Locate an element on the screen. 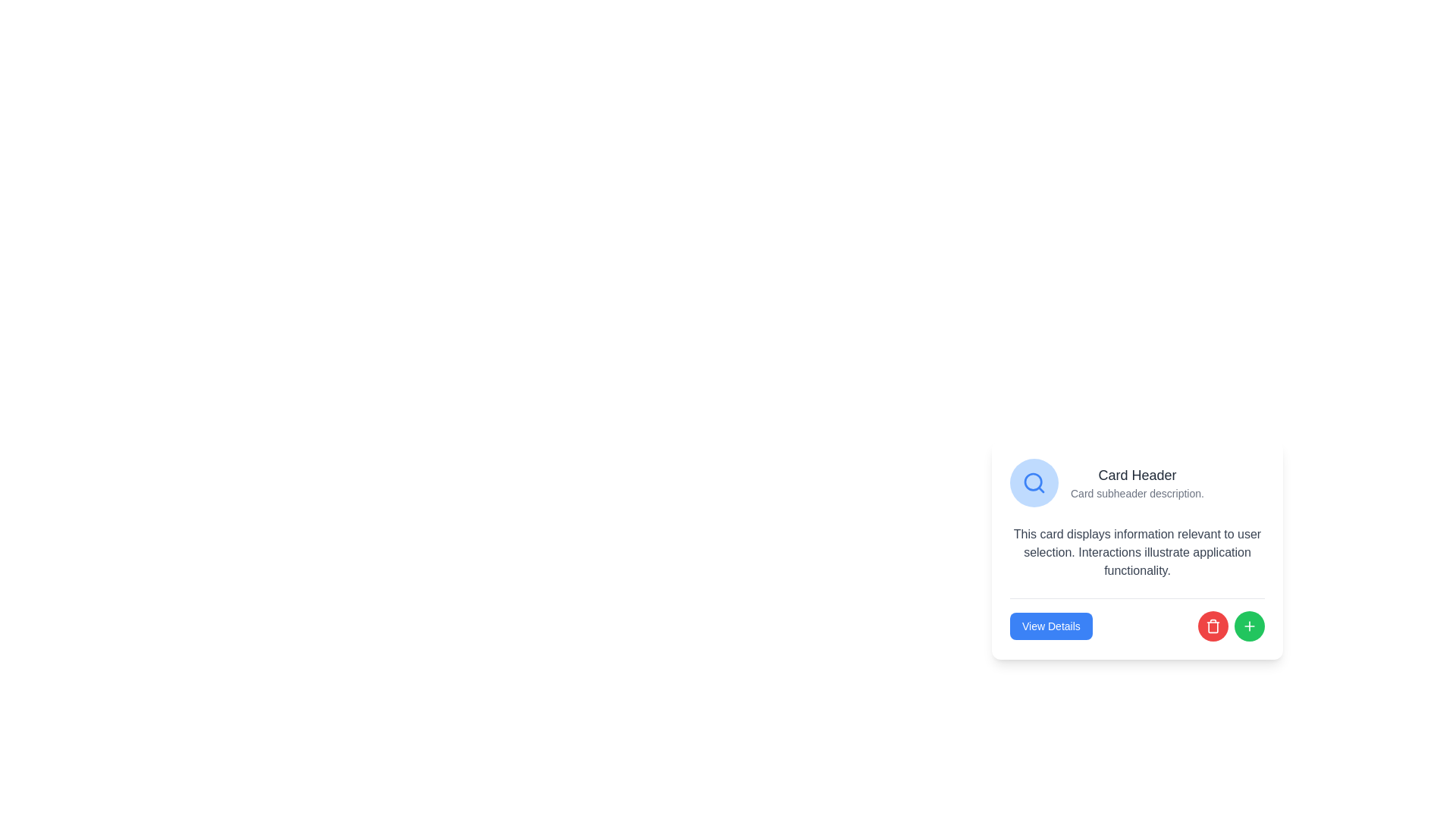 This screenshot has width=1456, height=819. the 'Add' button located at the bottom-right corner of the card component is located at coordinates (1249, 626).